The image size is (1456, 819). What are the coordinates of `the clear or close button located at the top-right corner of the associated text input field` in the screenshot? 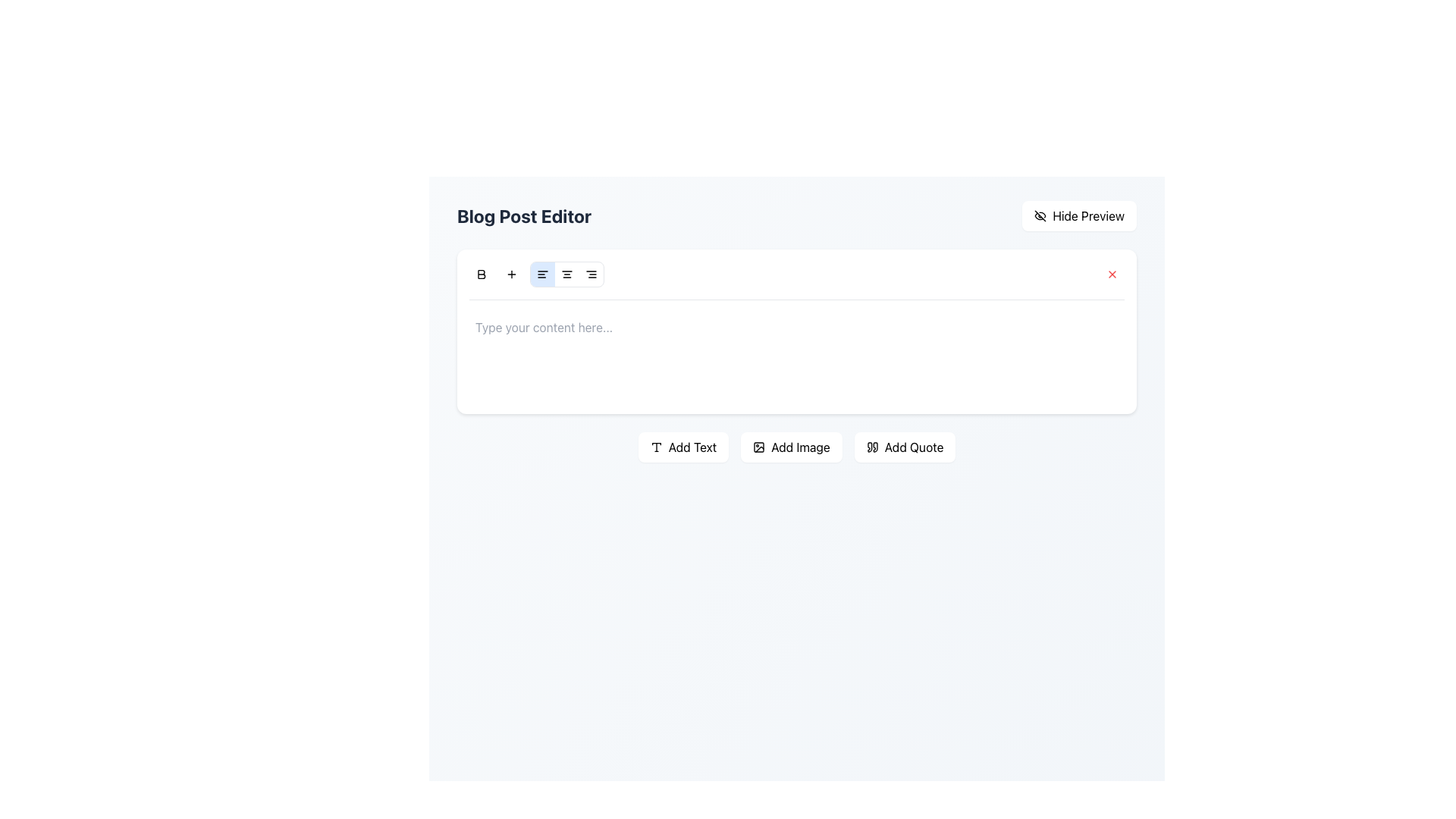 It's located at (1112, 275).